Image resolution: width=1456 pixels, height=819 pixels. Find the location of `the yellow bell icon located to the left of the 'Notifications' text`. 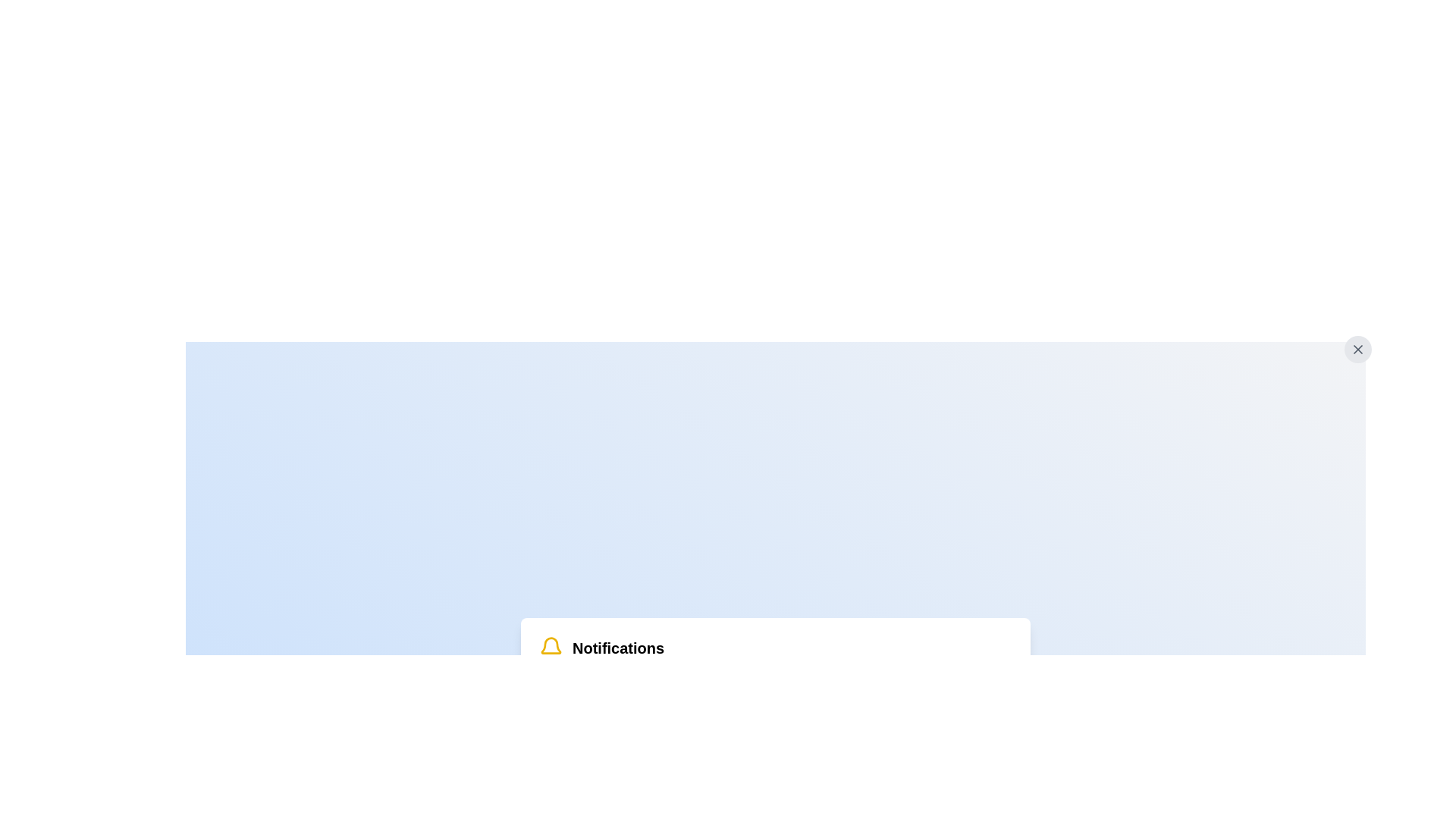

the yellow bell icon located to the left of the 'Notifications' text is located at coordinates (550, 648).